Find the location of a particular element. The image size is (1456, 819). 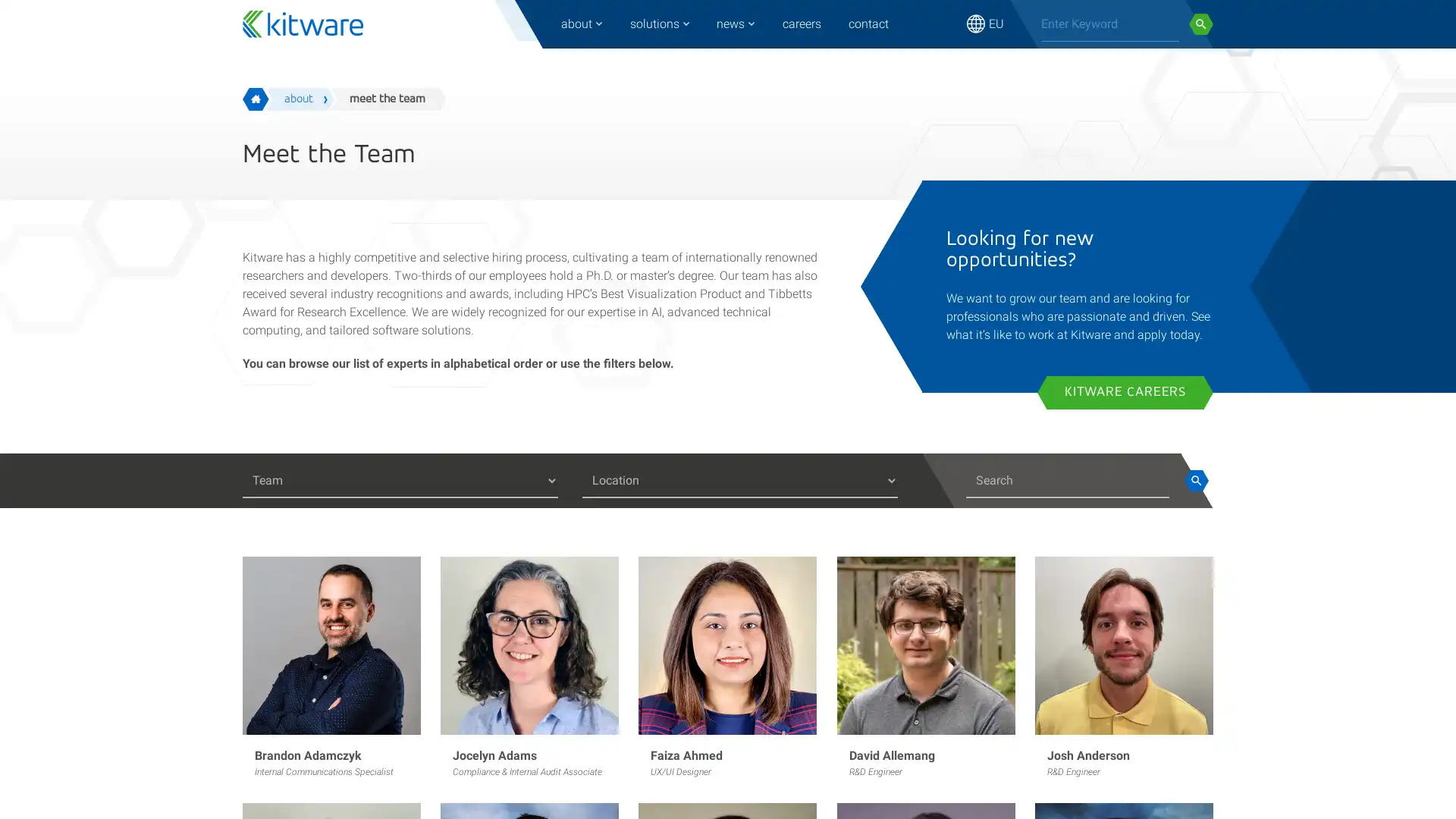

Search is located at coordinates (1200, 24).